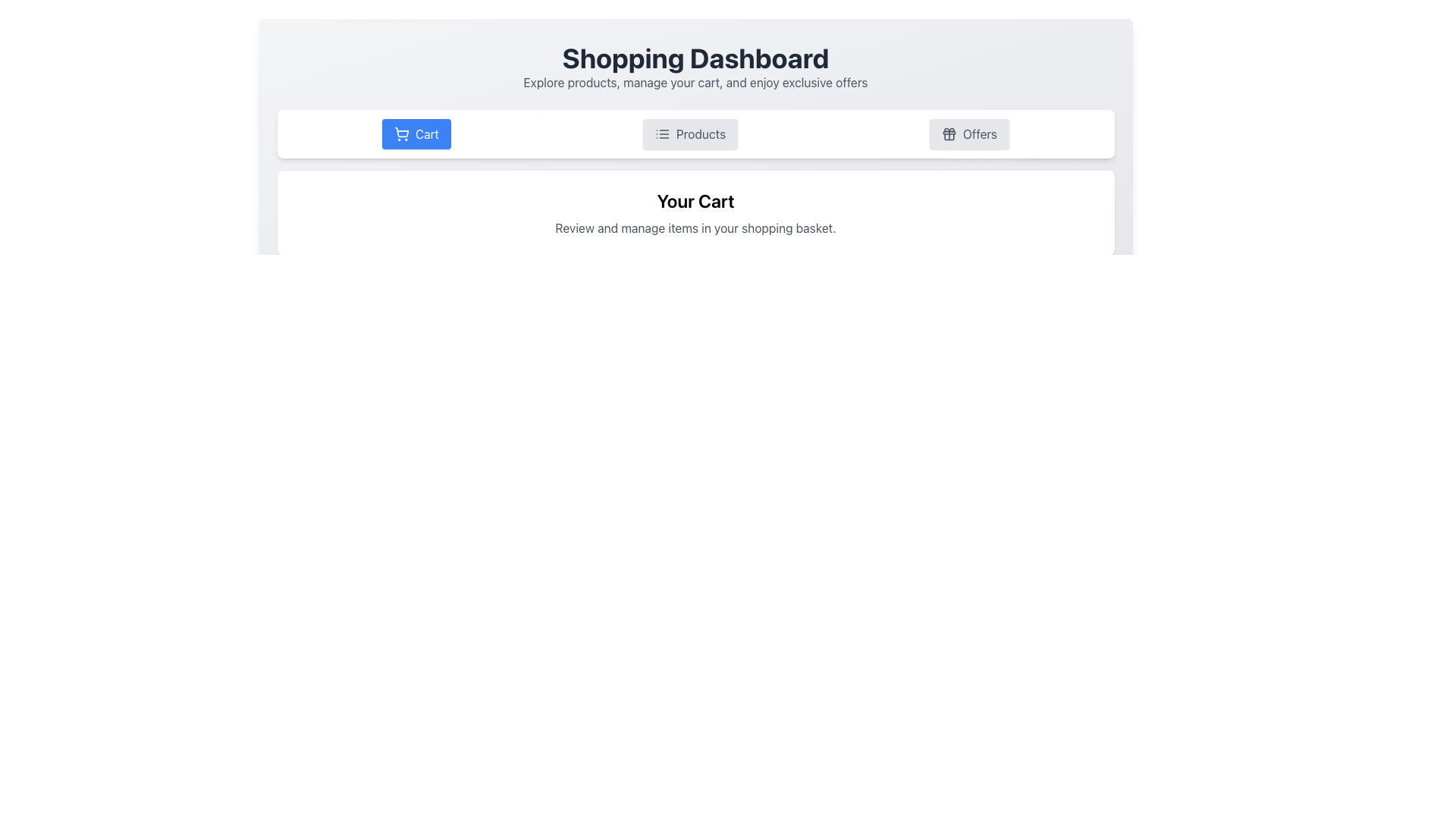 The height and width of the screenshot is (819, 1456). I want to click on the shopping cart icon located to the left of the 'Cart' button in the top navigation bar, so click(401, 133).